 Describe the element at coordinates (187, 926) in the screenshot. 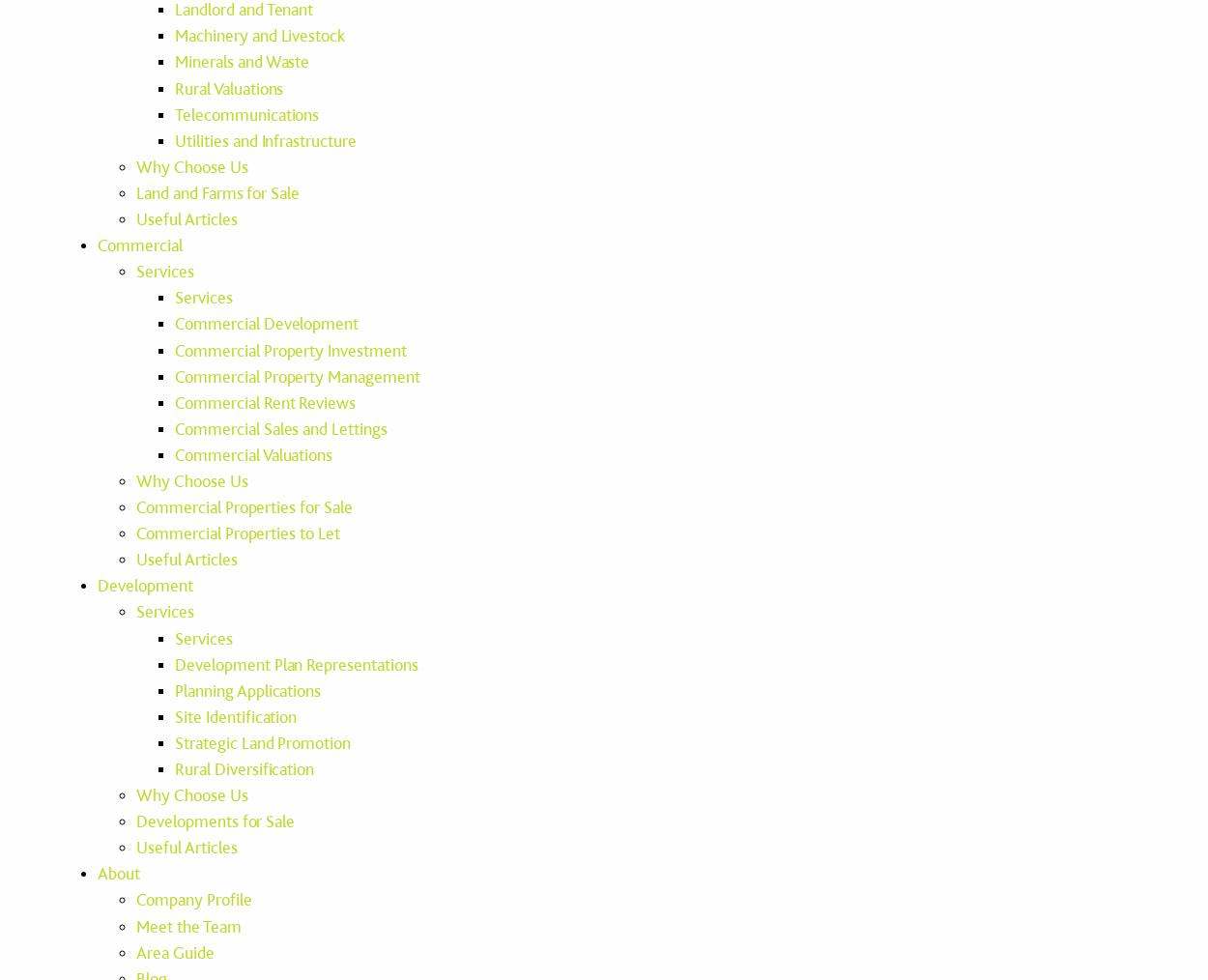

I see `'Meet the Team'` at that location.